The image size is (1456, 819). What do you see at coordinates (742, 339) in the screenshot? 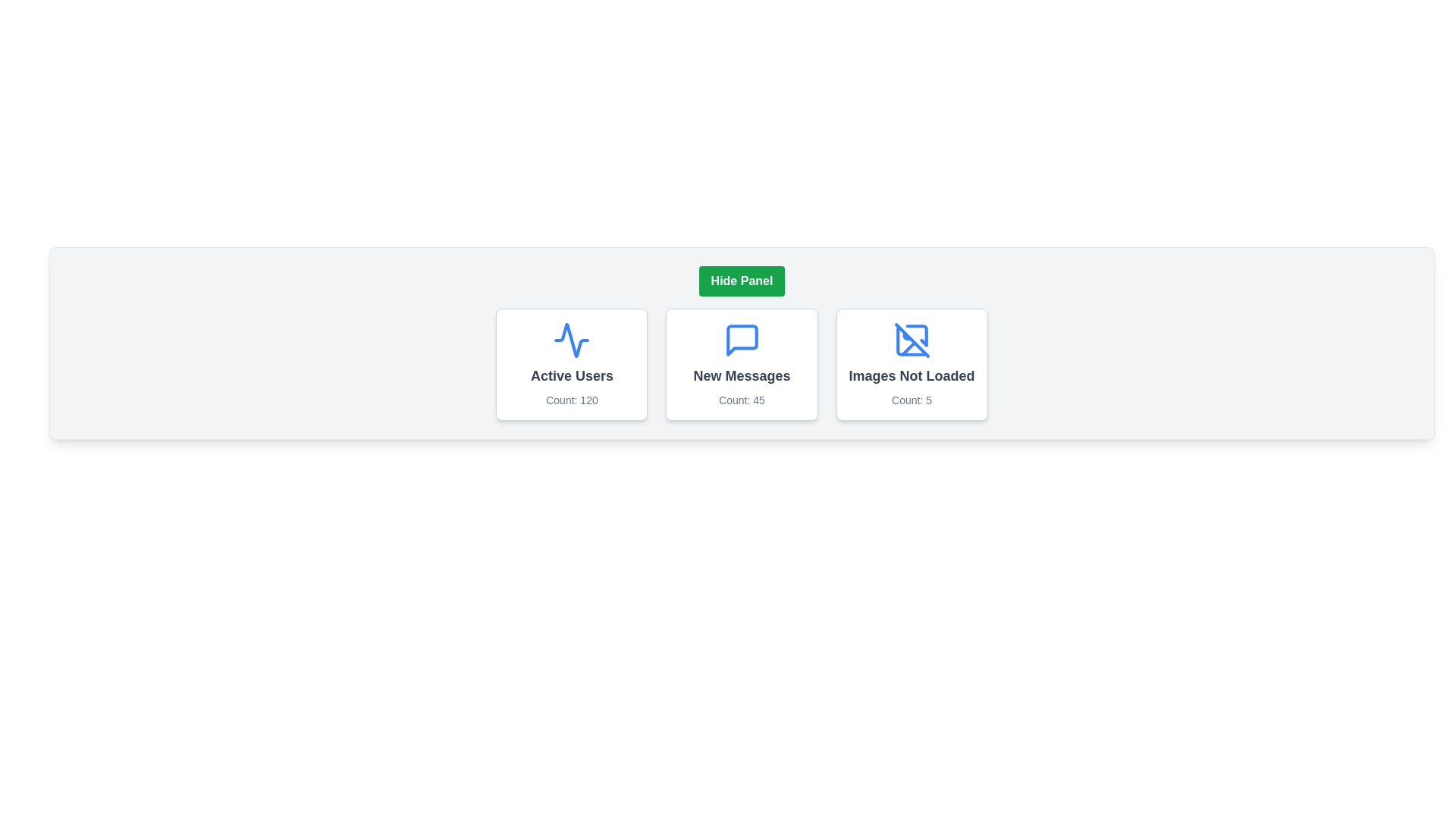
I see `the decorative icon representing messages located at the top-center of the 'New Messages' card, positioned above the text 'New Messages' and 'Count: 45'` at bounding box center [742, 339].